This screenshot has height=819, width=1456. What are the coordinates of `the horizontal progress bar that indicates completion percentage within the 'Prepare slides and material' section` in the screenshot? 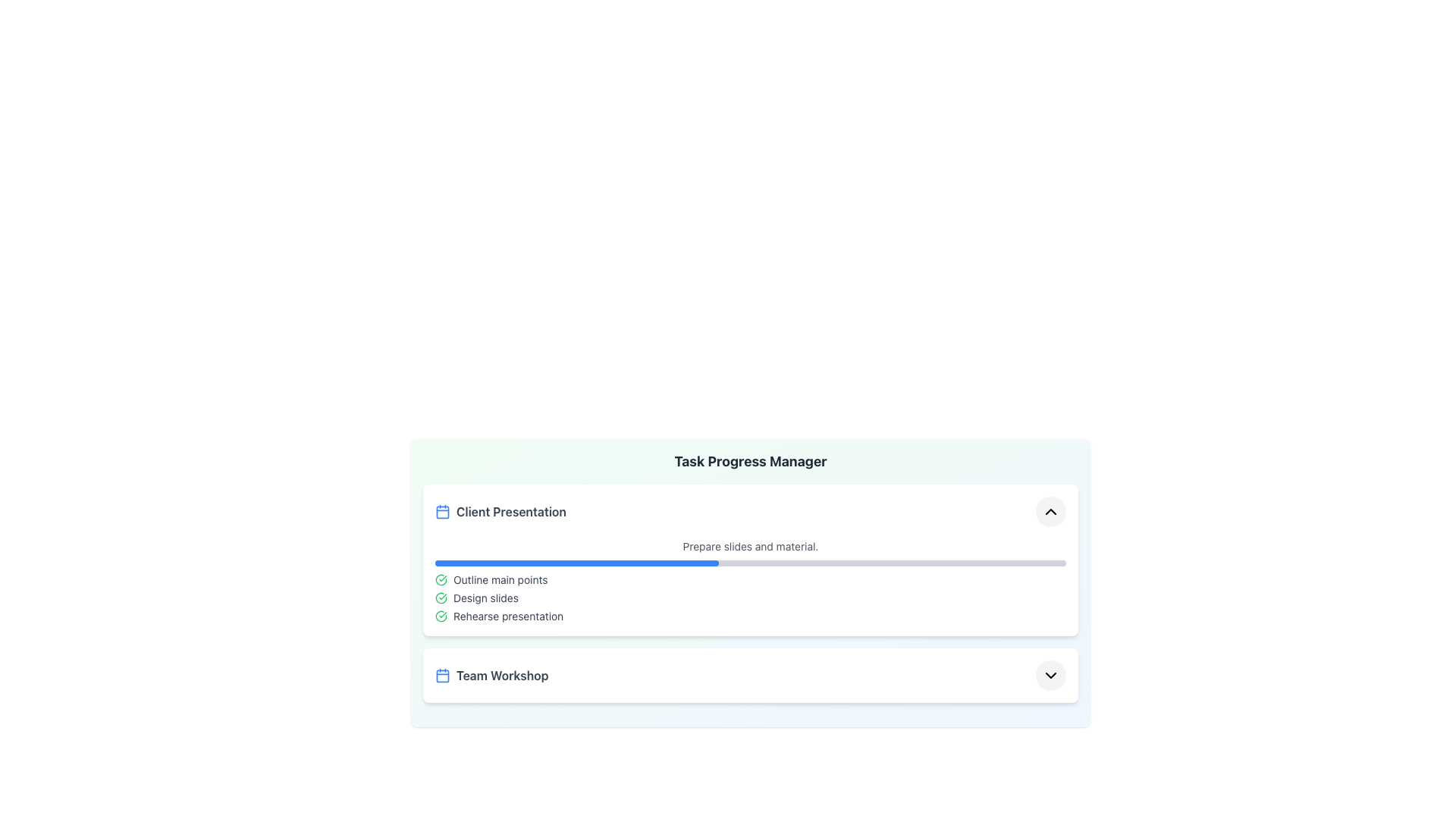 It's located at (750, 563).